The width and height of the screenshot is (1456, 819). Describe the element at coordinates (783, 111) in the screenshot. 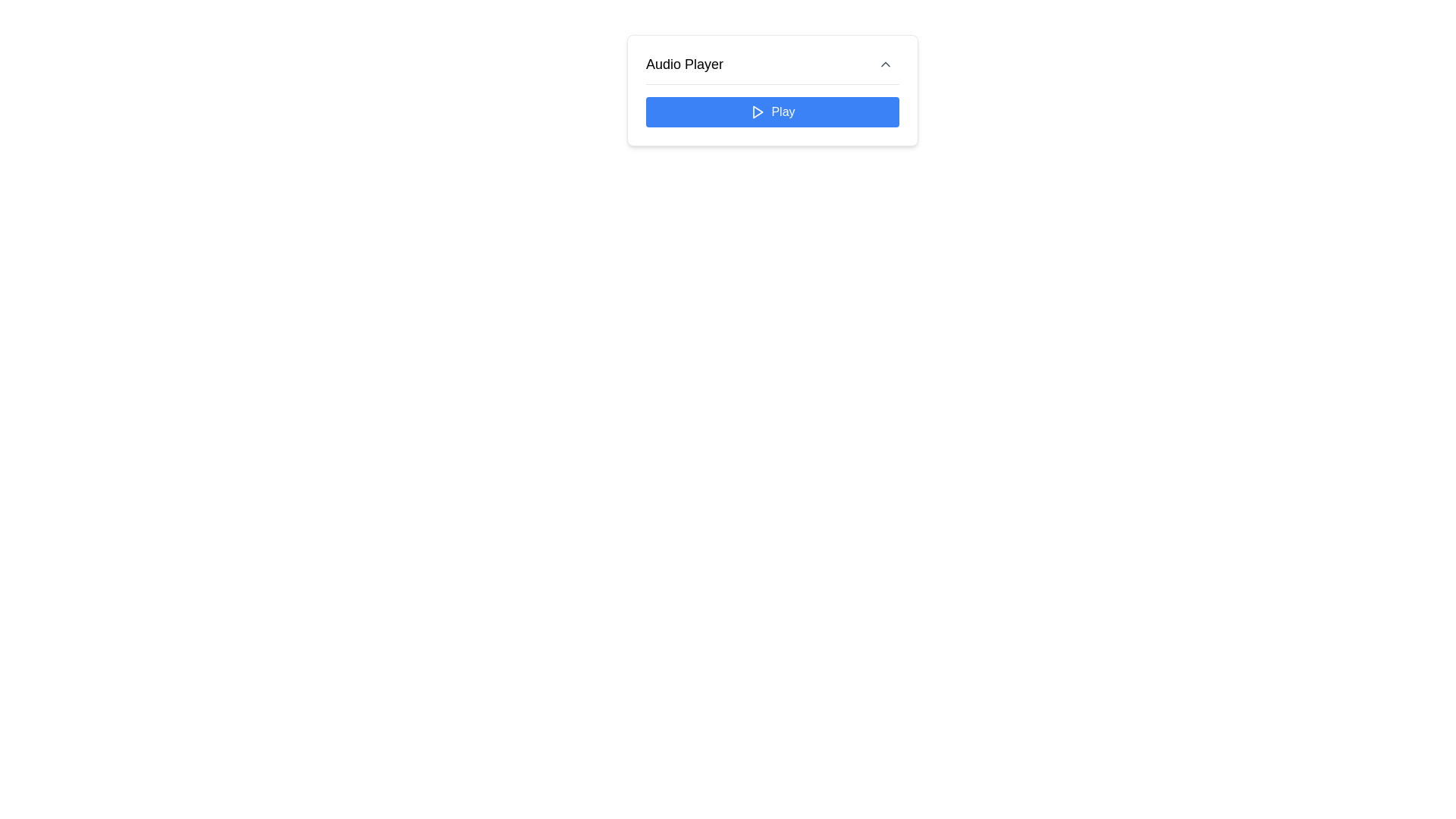

I see `the button labeled 'Play' which contains the text displayed in white on a blue rectangular background and is part of the 'Audio Player' panel` at that location.